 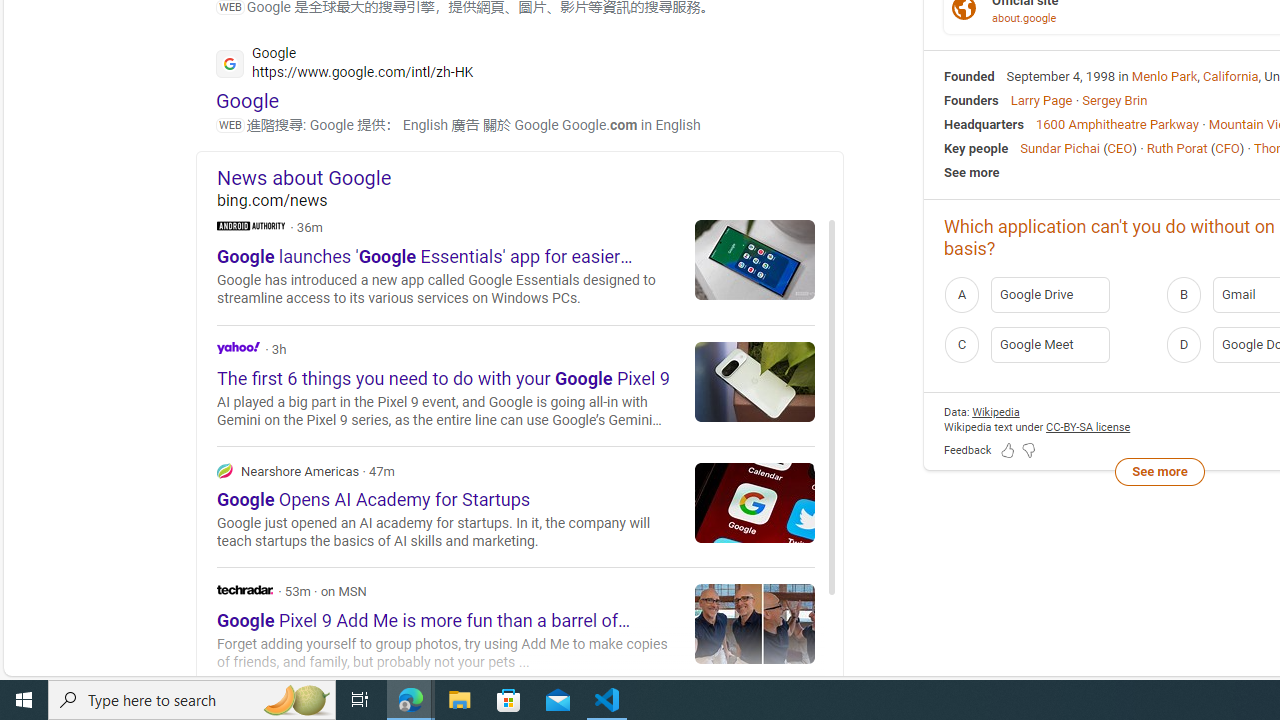 I want to click on 'Global web icon', so click(x=229, y=62).